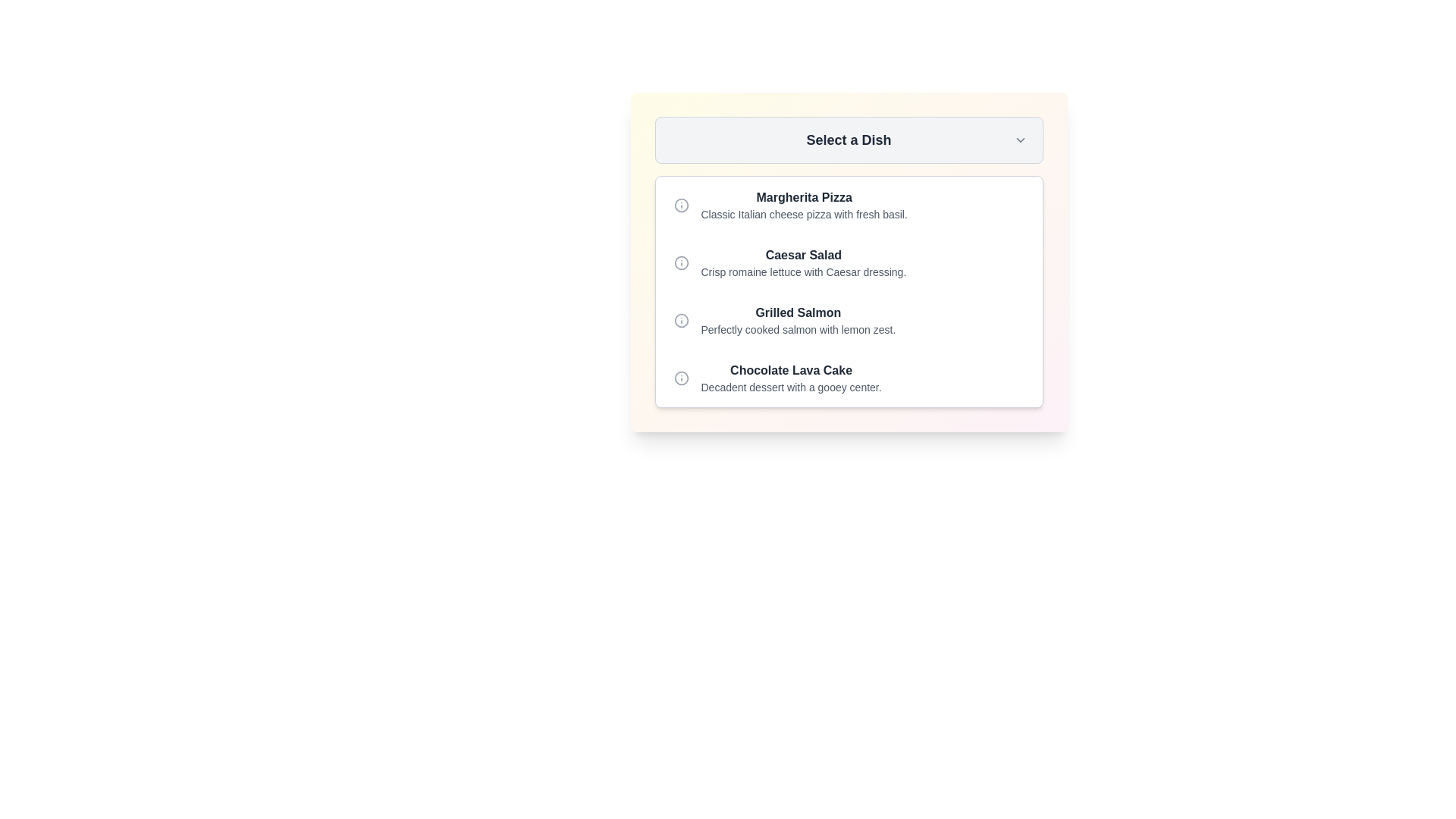 Image resolution: width=1456 pixels, height=819 pixels. What do you see at coordinates (680, 262) in the screenshot?
I see `the round gray icon with a central dot located to the left of the 'Caesar Salad' selection item` at bounding box center [680, 262].